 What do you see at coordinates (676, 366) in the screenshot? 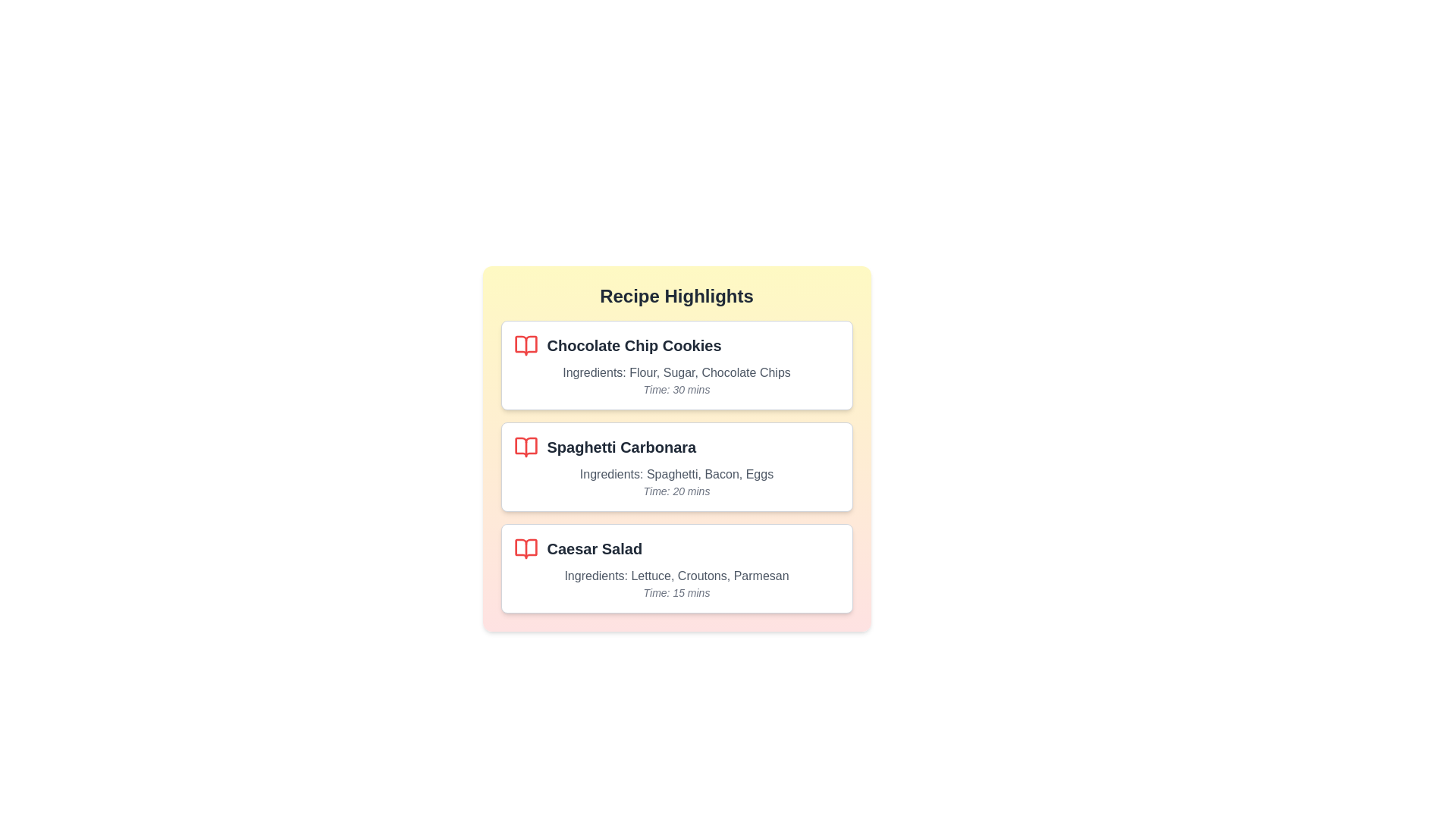
I see `the recipe card corresponding to Chocolate Chip Cookies to highlight it` at bounding box center [676, 366].